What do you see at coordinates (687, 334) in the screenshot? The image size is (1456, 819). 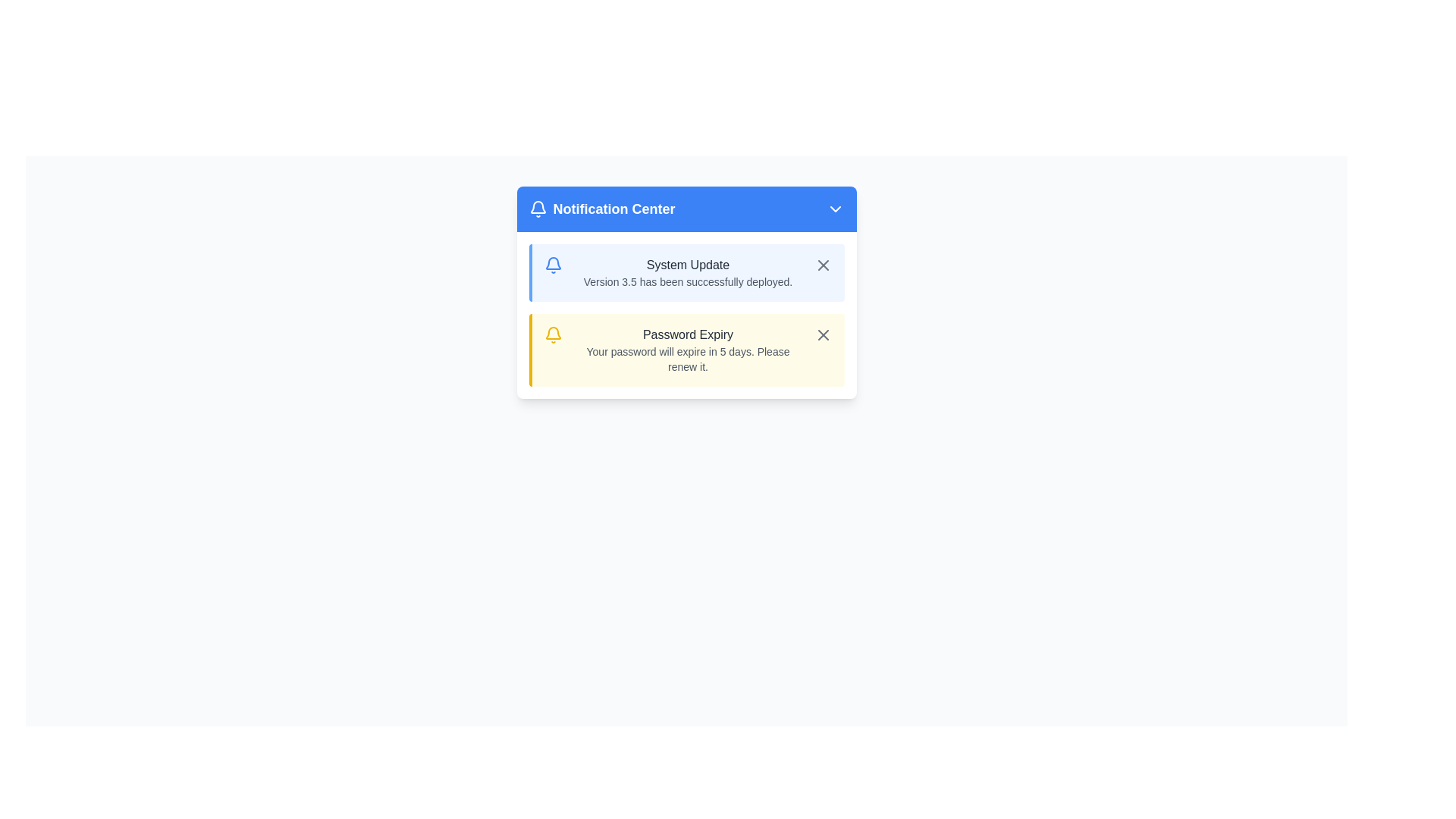 I see `information displayed in the text label that shows 'Password Expiry', which is styled with a medium font weight in dark gray on a light yellow background within the Notification Center` at bounding box center [687, 334].